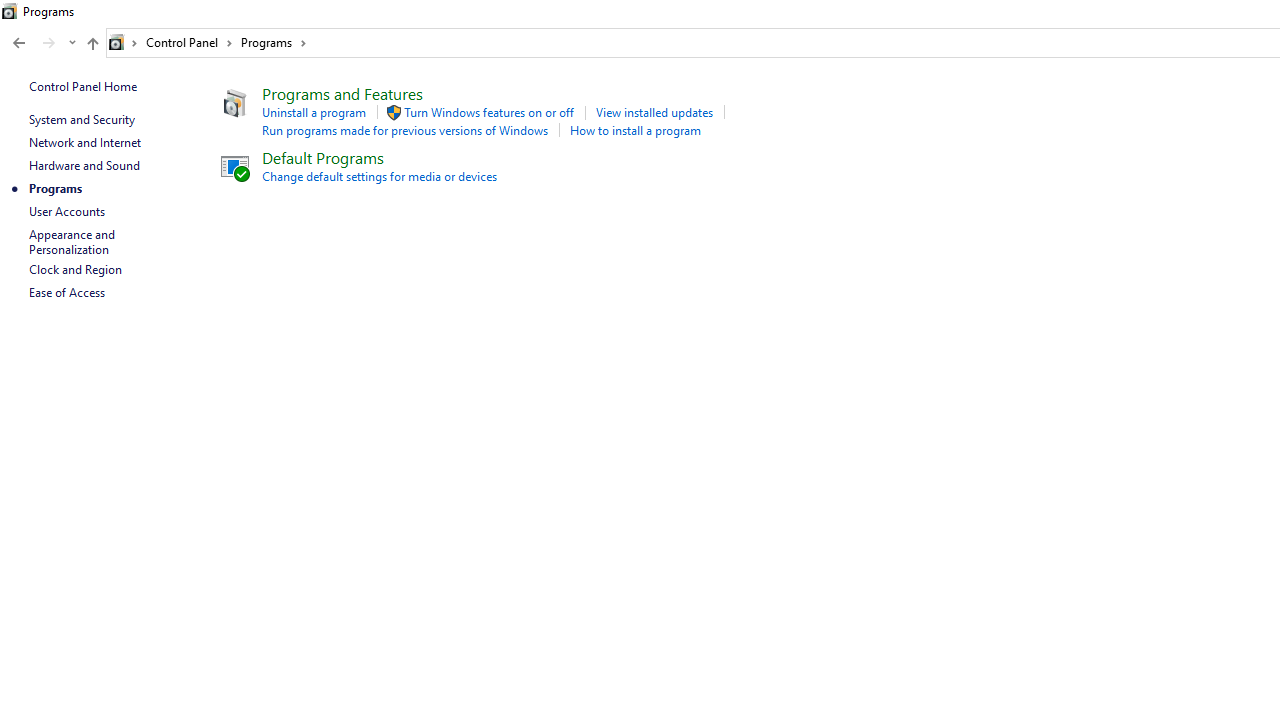 This screenshot has width=1280, height=720. I want to click on 'Forward (Alt + Right Arrow)', so click(49, 43).